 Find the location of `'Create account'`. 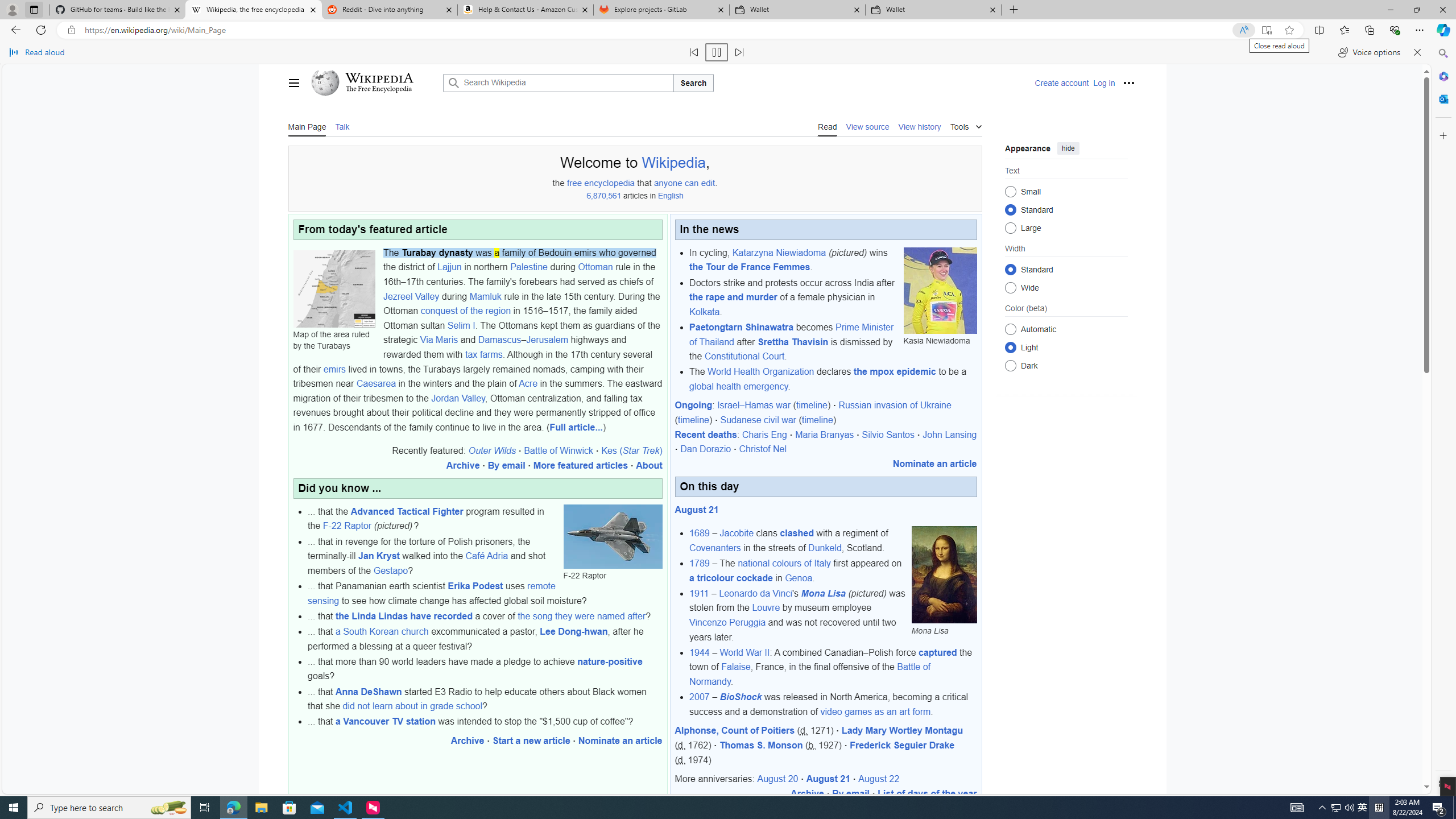

'Create account' is located at coordinates (1062, 82).